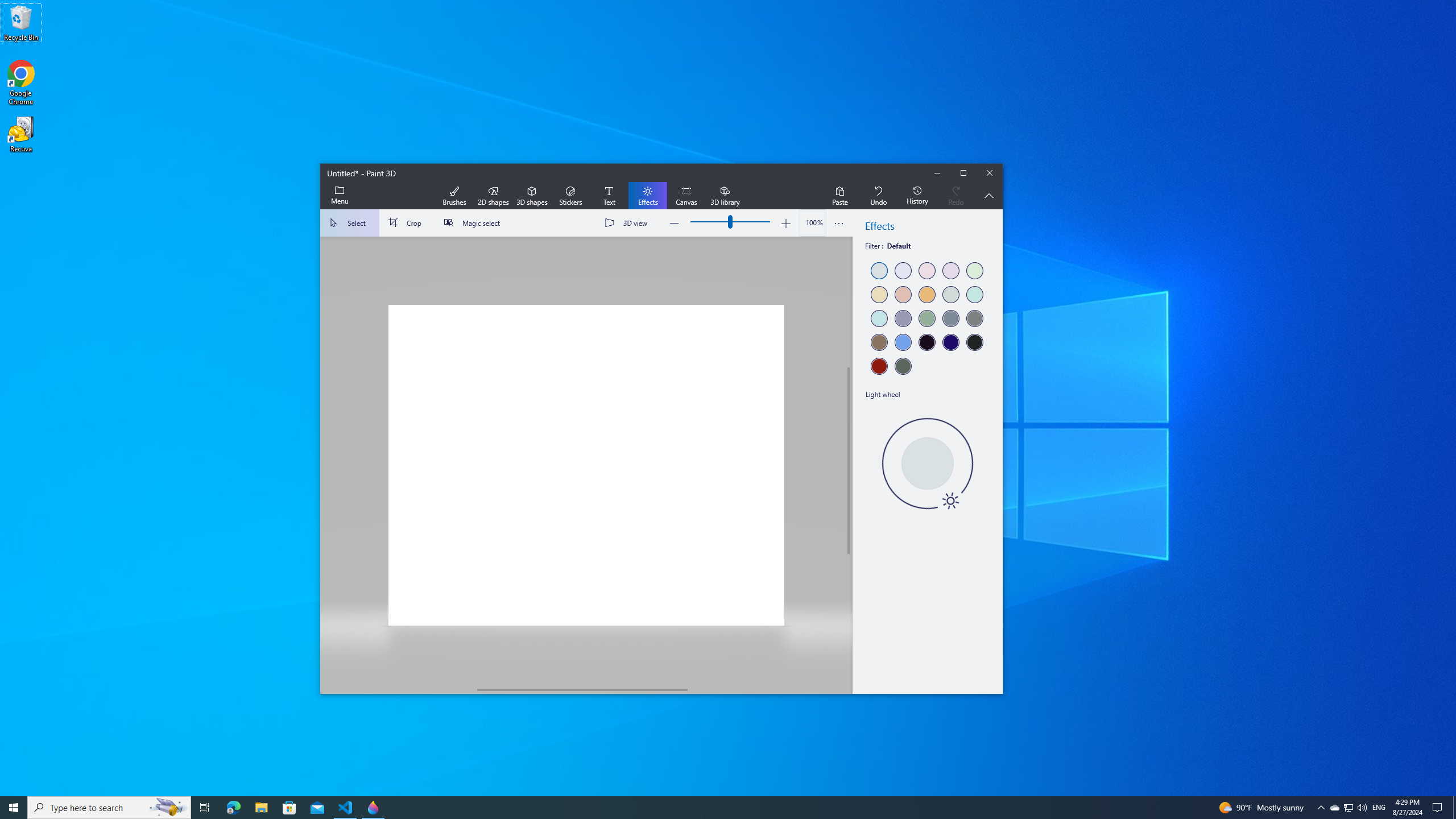 The image size is (1456, 819). Describe the element at coordinates (289, 806) in the screenshot. I see `'Microsoft Store'` at that location.